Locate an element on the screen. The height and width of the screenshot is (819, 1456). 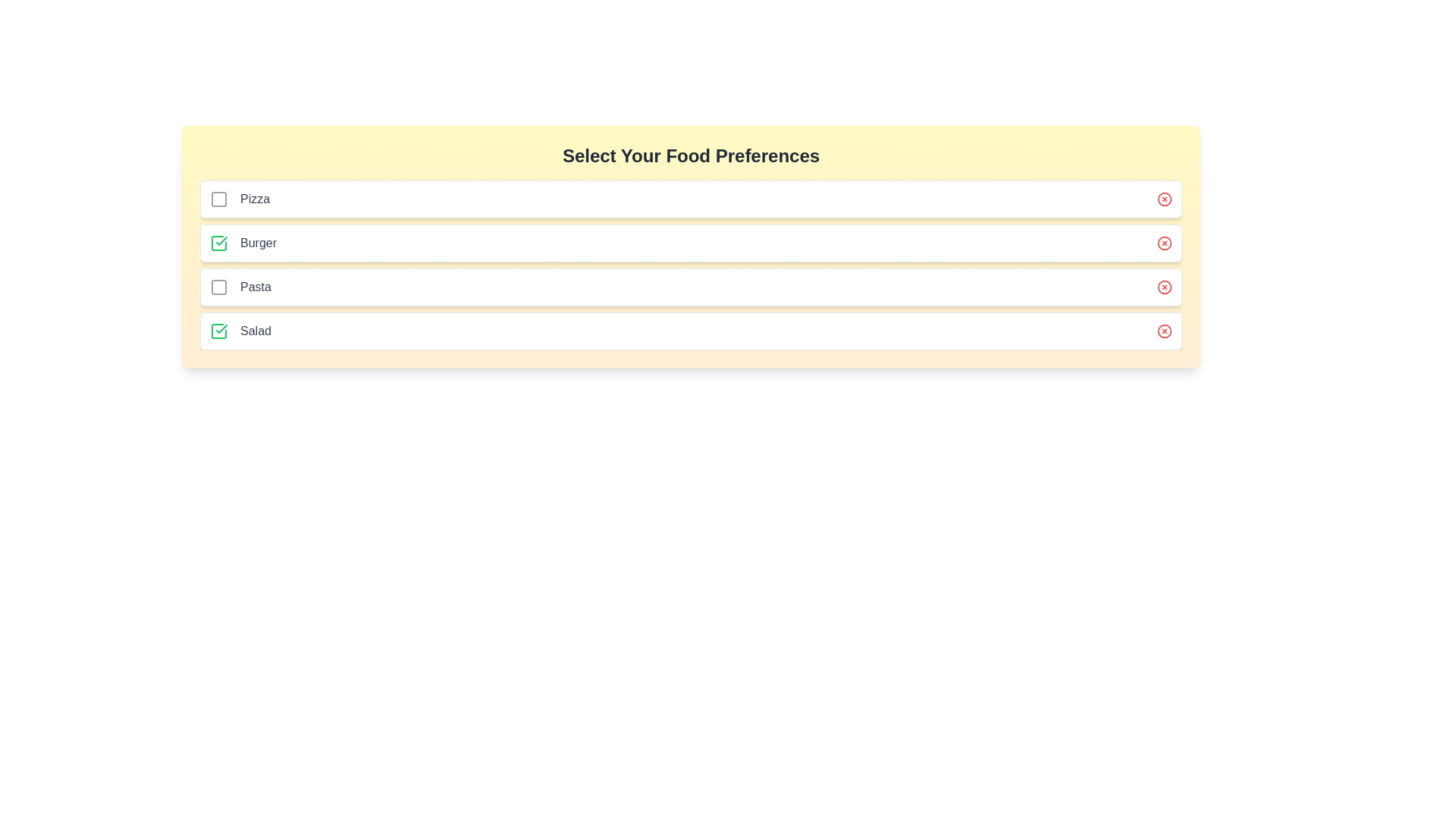
the inner circular part of the close icon used to remove or deselect an entry from the list of food preferences is located at coordinates (1164, 242).